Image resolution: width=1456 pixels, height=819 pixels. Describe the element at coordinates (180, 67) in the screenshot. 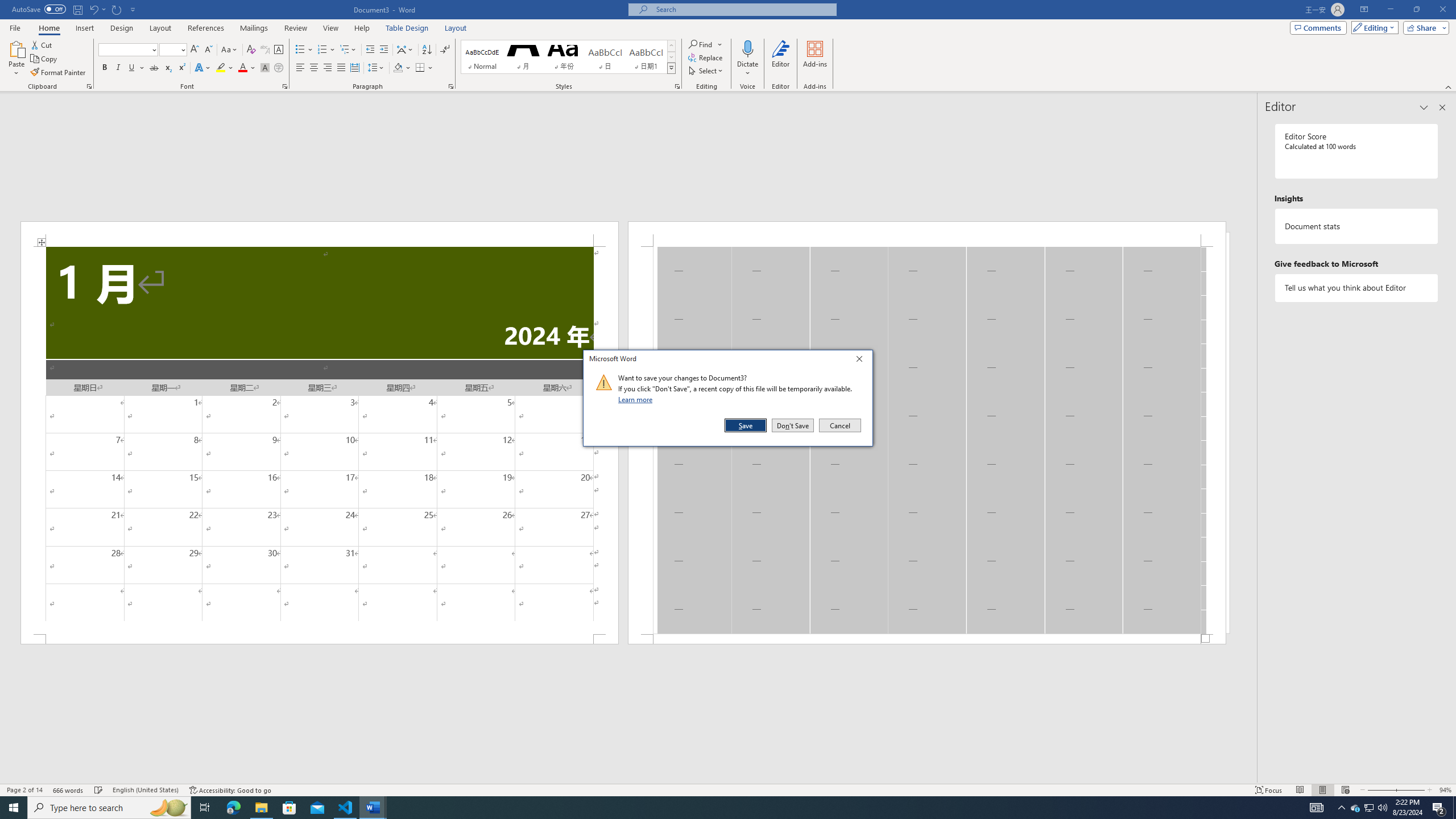

I see `'Superscript'` at that location.